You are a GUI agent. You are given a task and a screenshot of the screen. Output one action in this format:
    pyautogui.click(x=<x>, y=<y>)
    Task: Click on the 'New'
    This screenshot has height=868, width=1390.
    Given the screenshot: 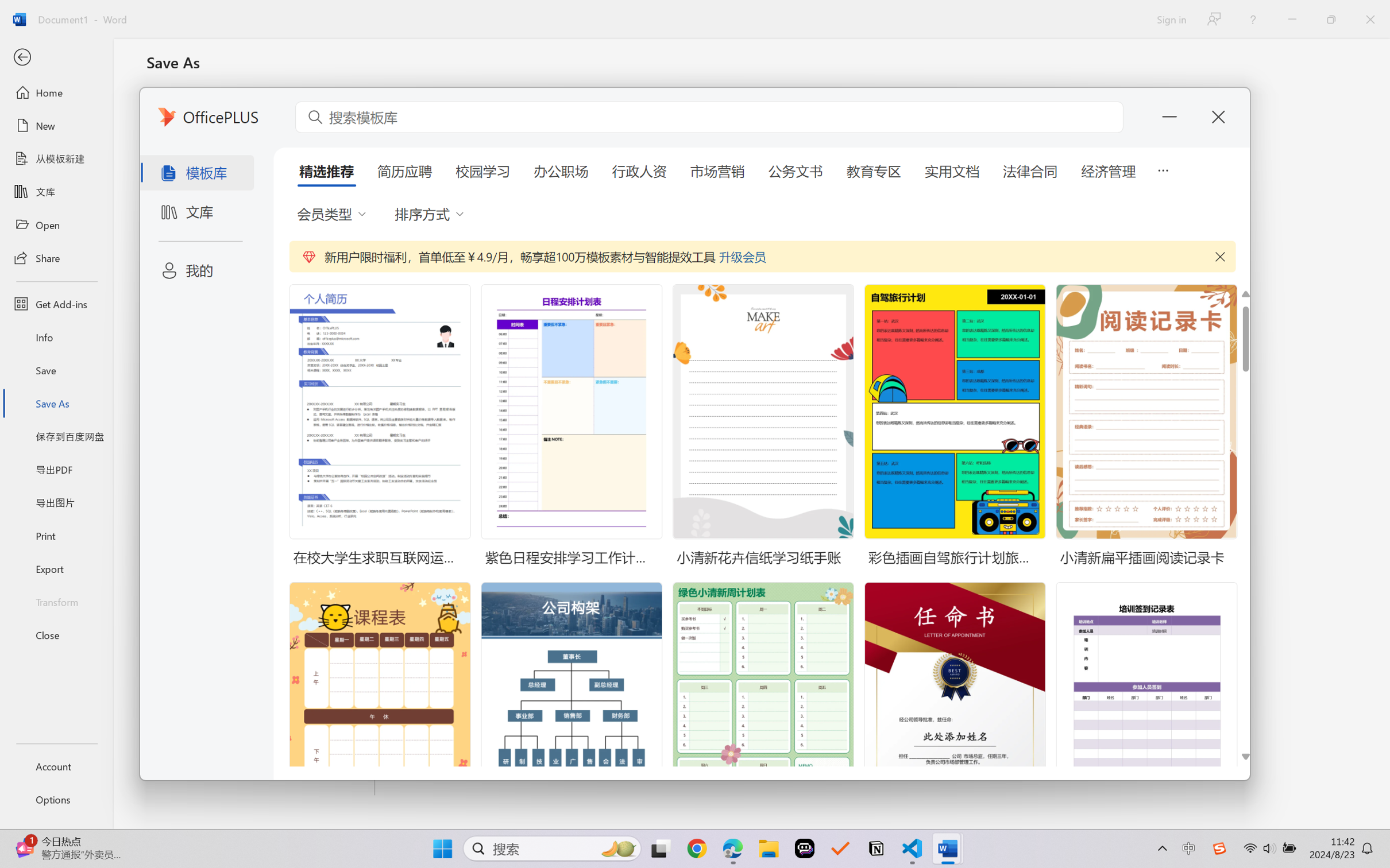 What is the action you would take?
    pyautogui.click(x=56, y=125)
    